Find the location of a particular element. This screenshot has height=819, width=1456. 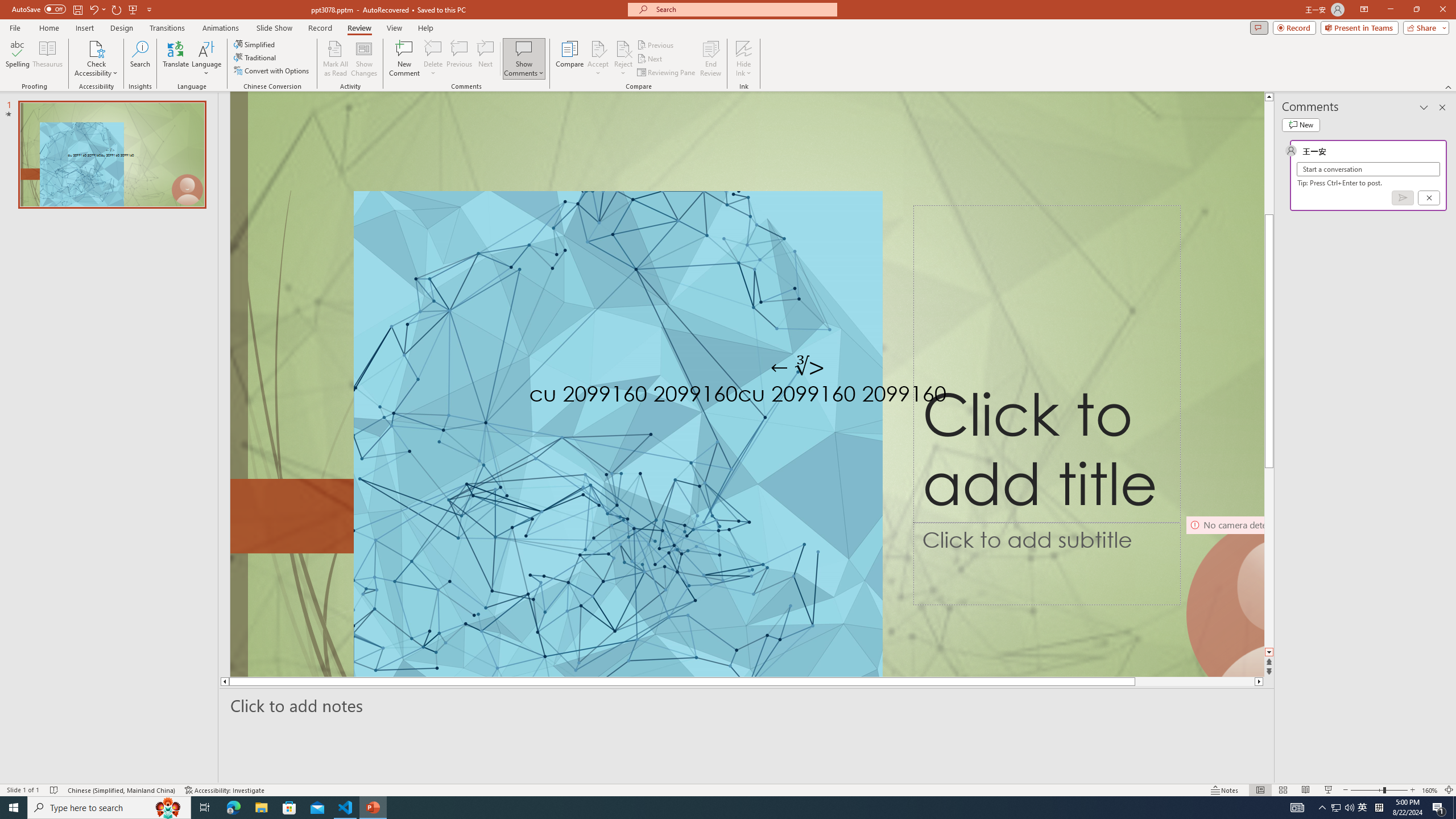

'Check Accessibility' is located at coordinates (95, 59).